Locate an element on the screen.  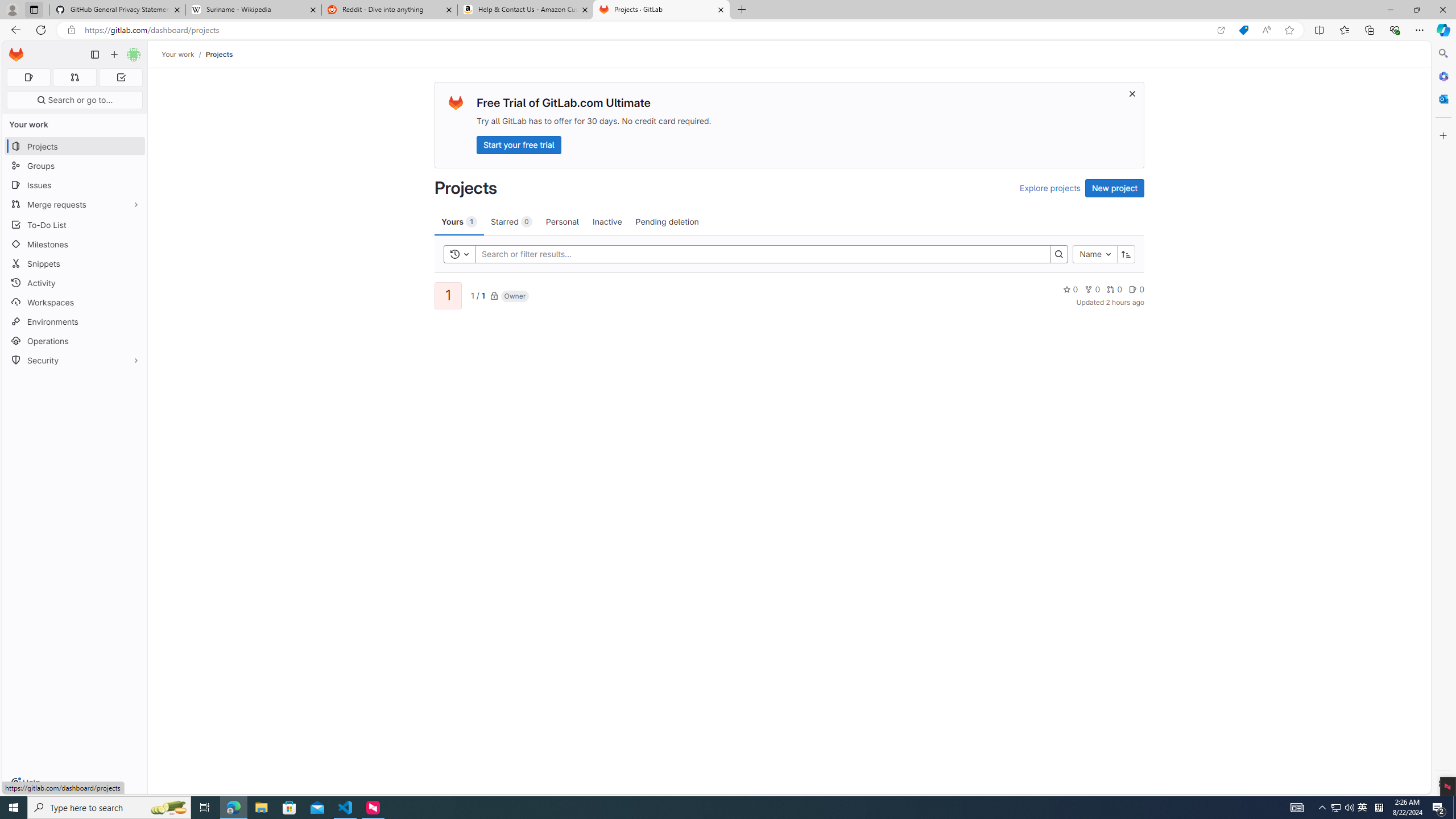
'Security' is located at coordinates (74, 359).